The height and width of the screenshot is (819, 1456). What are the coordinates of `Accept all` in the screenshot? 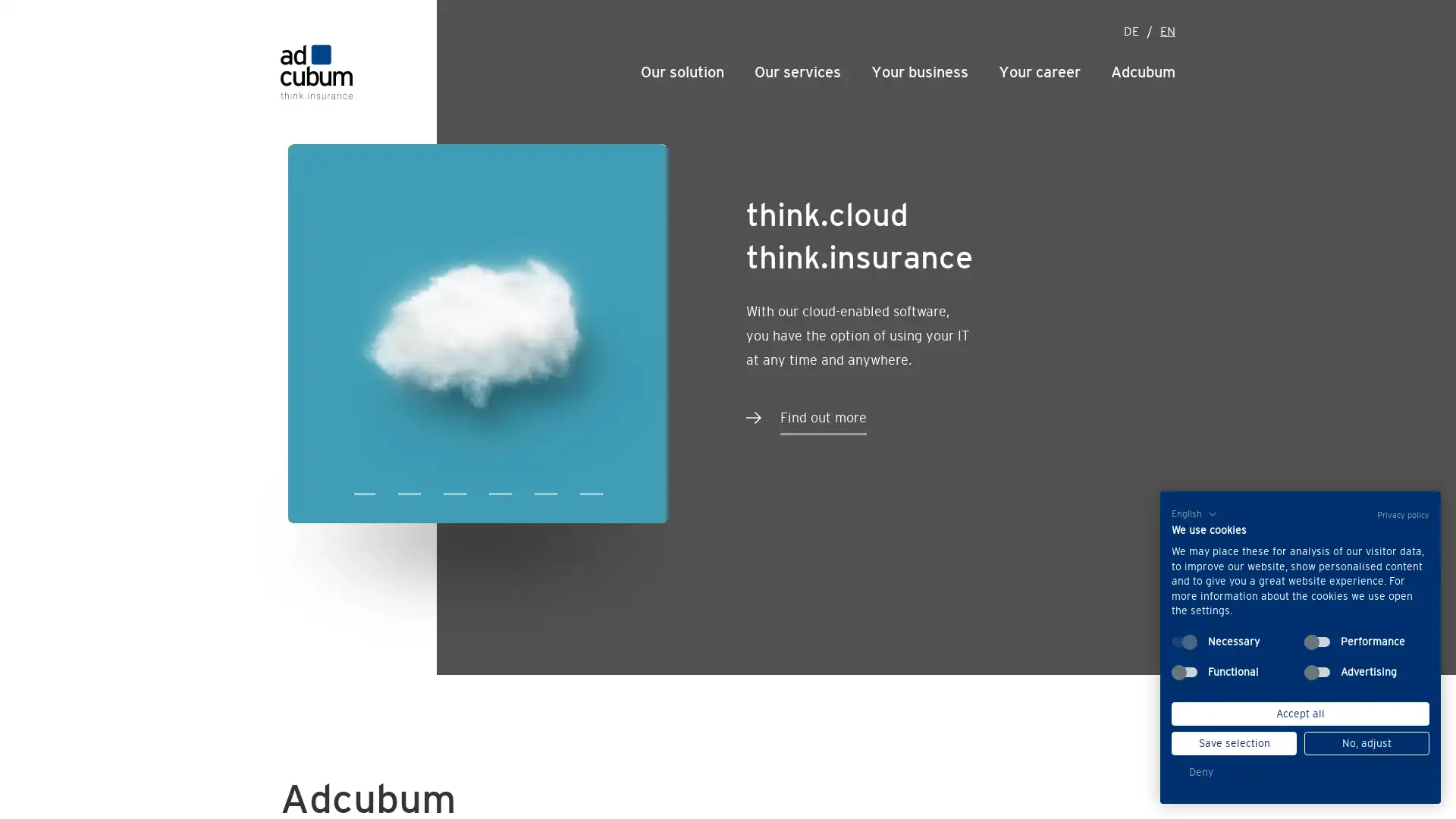 It's located at (1299, 714).